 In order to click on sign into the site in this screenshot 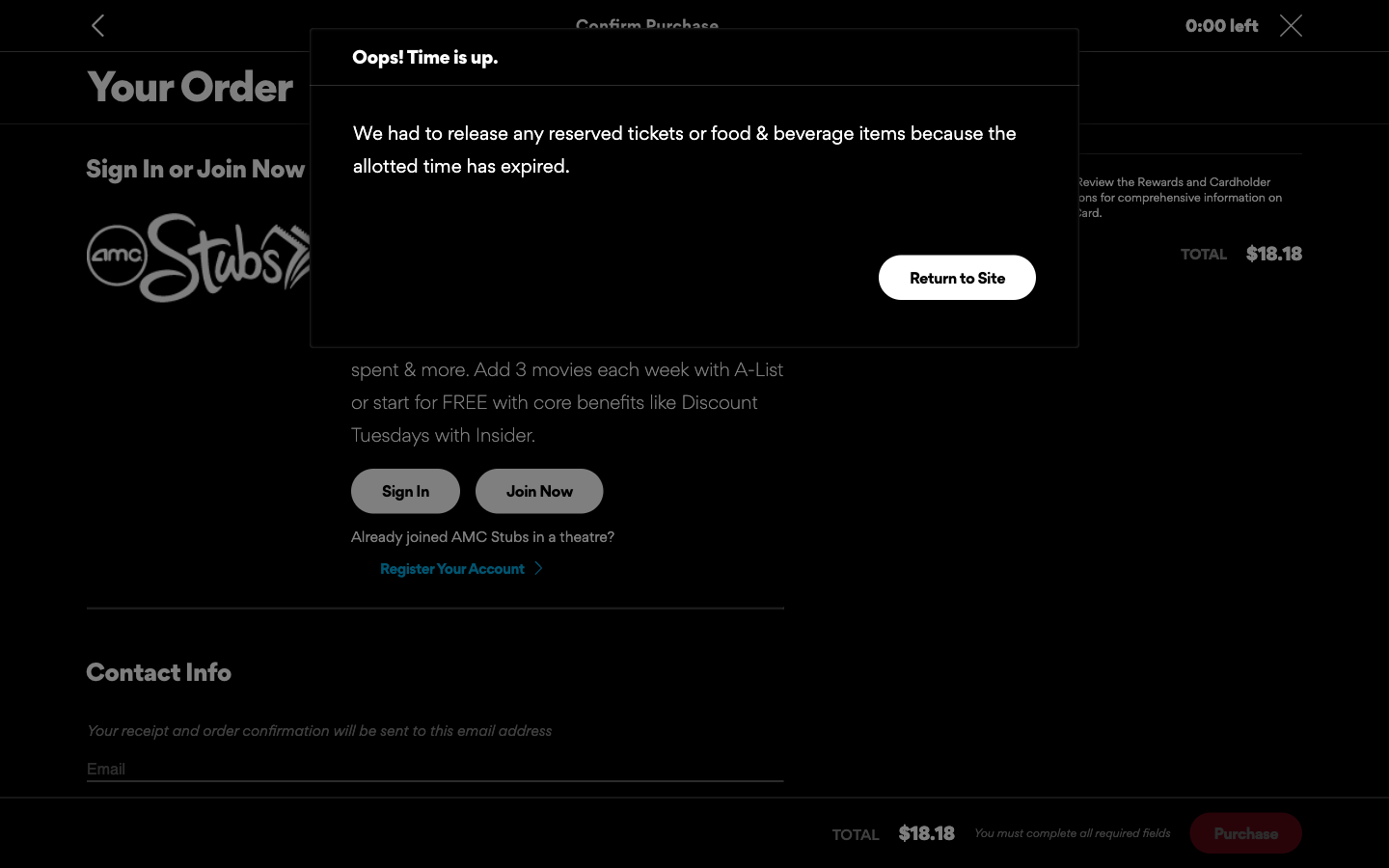, I will do `click(404, 490)`.